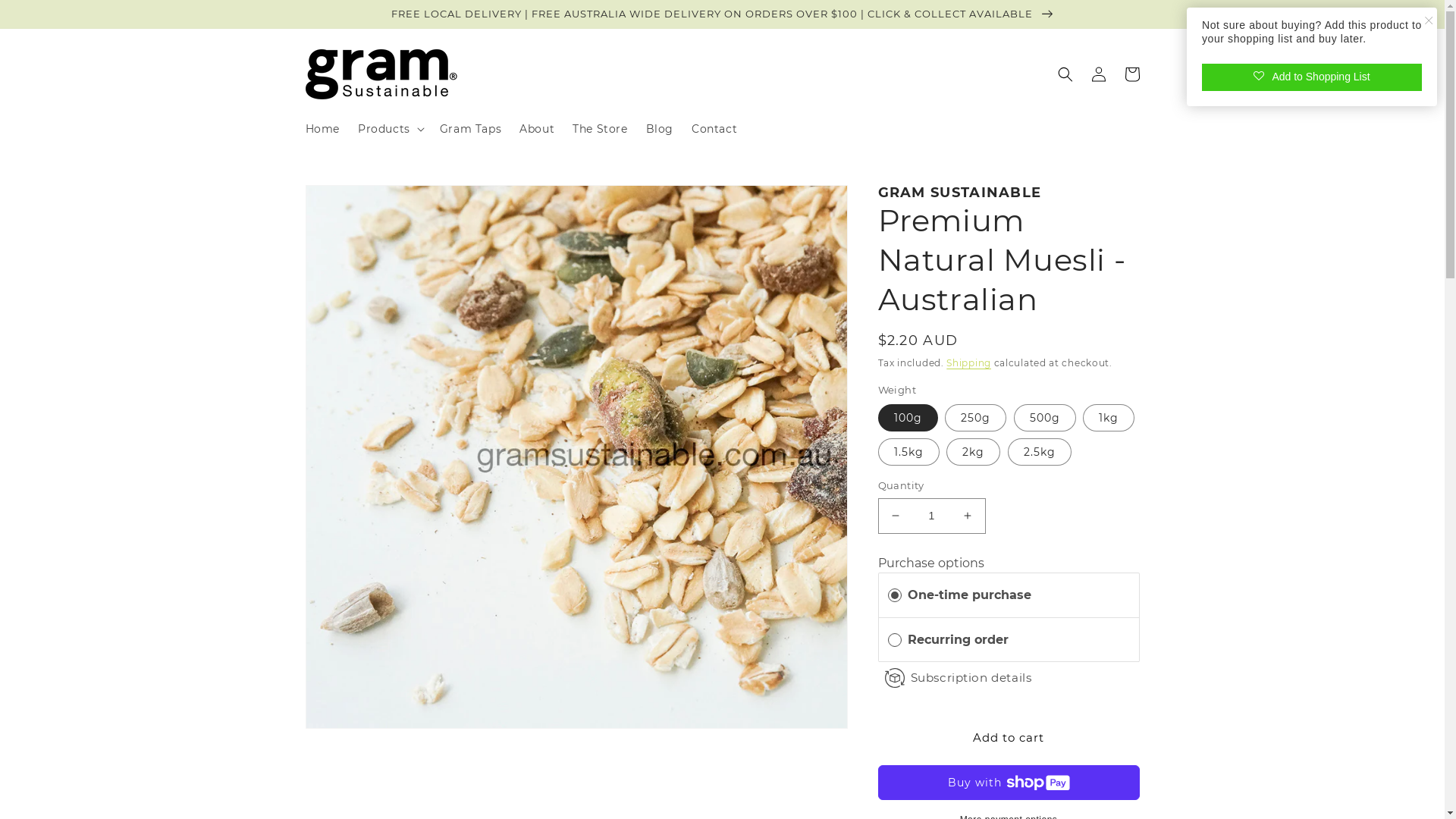 This screenshot has width=1456, height=819. I want to click on 'Gram Taps', so click(469, 127).